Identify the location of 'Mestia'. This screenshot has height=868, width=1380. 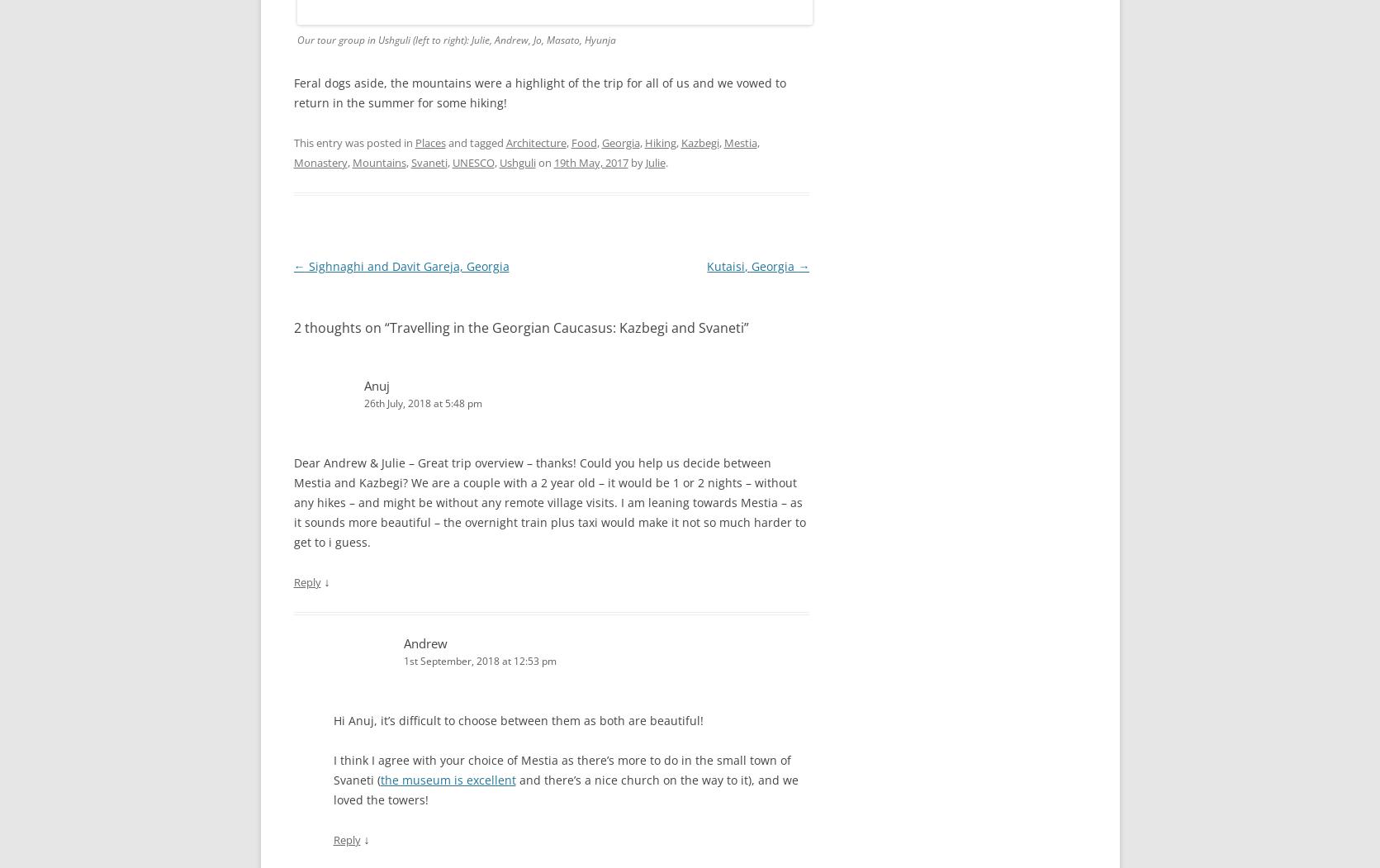
(738, 142).